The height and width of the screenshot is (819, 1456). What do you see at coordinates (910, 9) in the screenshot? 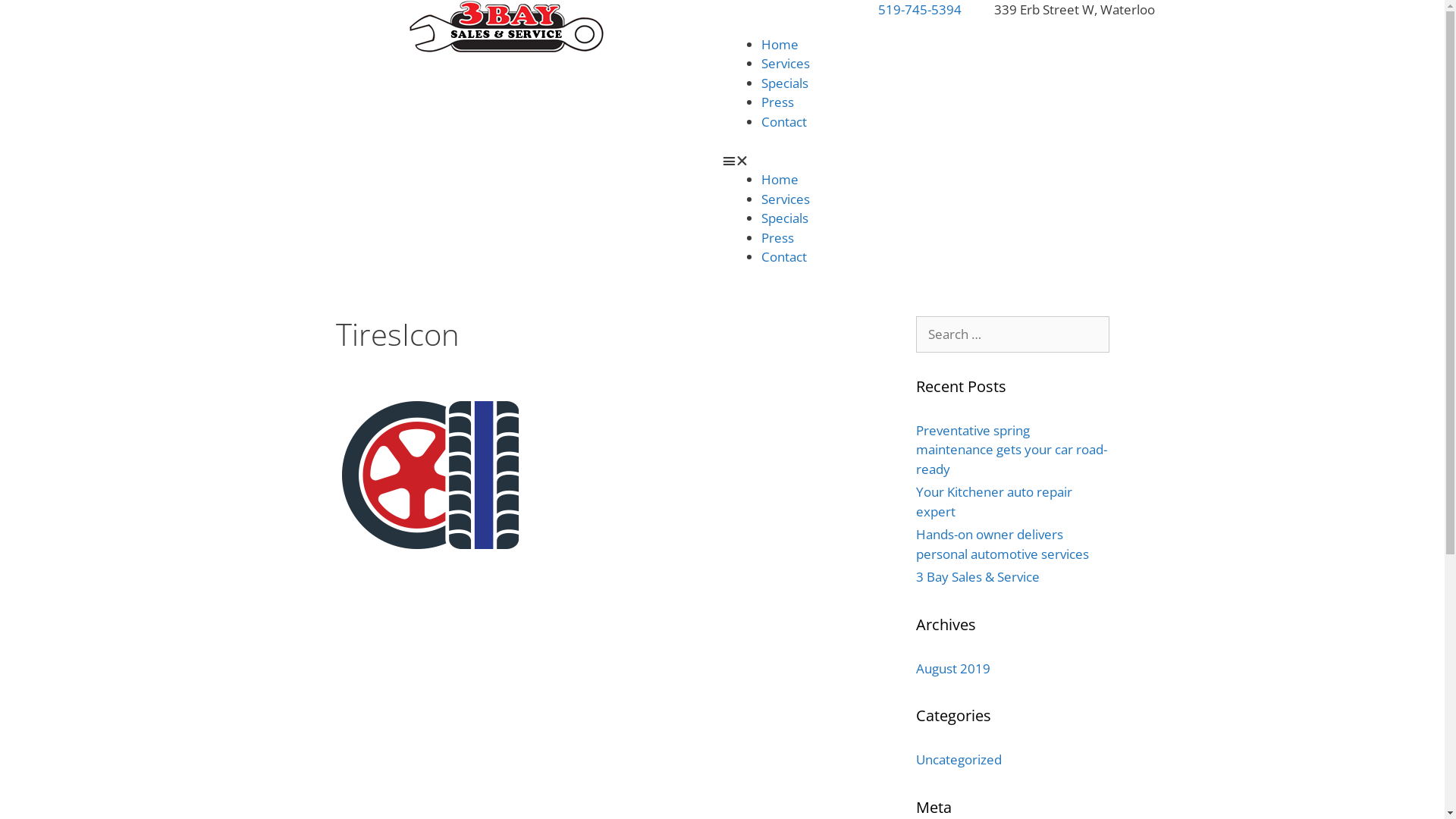
I see `'519-745-5394'` at bounding box center [910, 9].